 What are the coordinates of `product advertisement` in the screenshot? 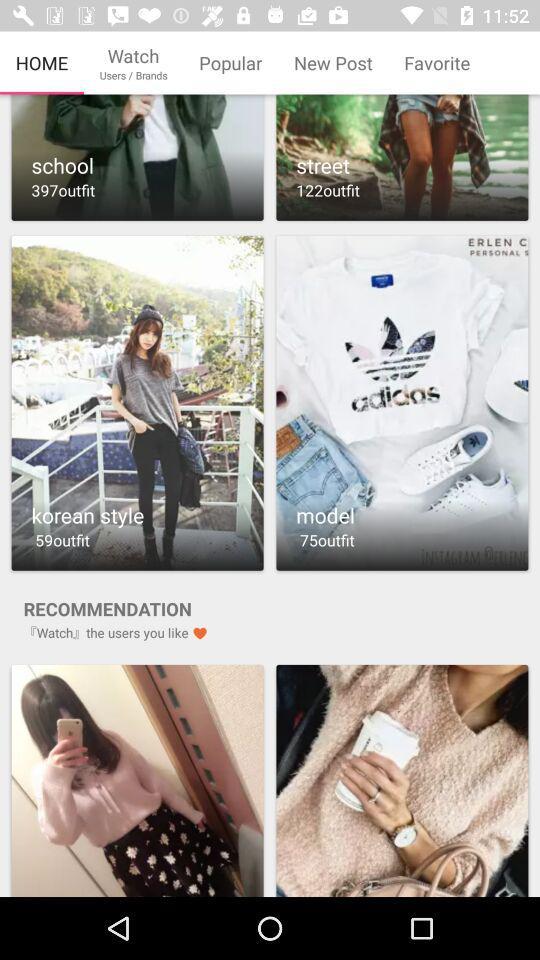 It's located at (402, 779).